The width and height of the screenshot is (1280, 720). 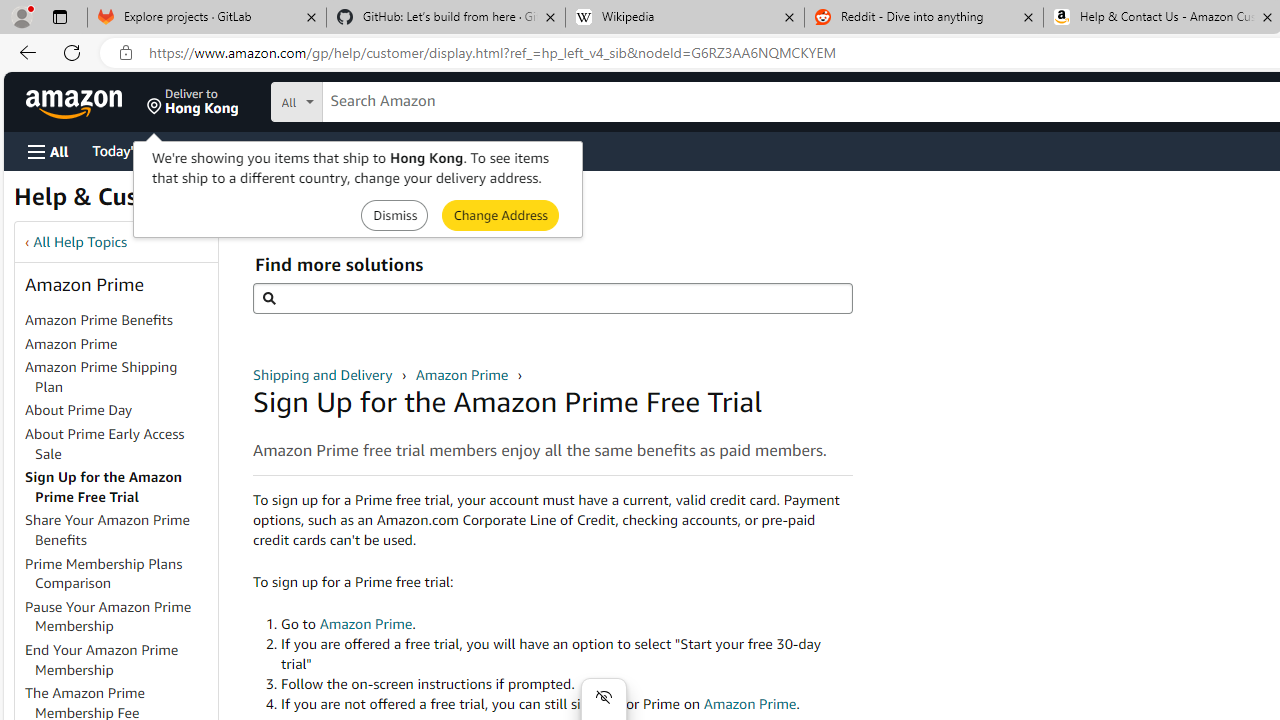 What do you see at coordinates (119, 660) in the screenshot?
I see `'End Your Amazon Prime Membership'` at bounding box center [119, 660].